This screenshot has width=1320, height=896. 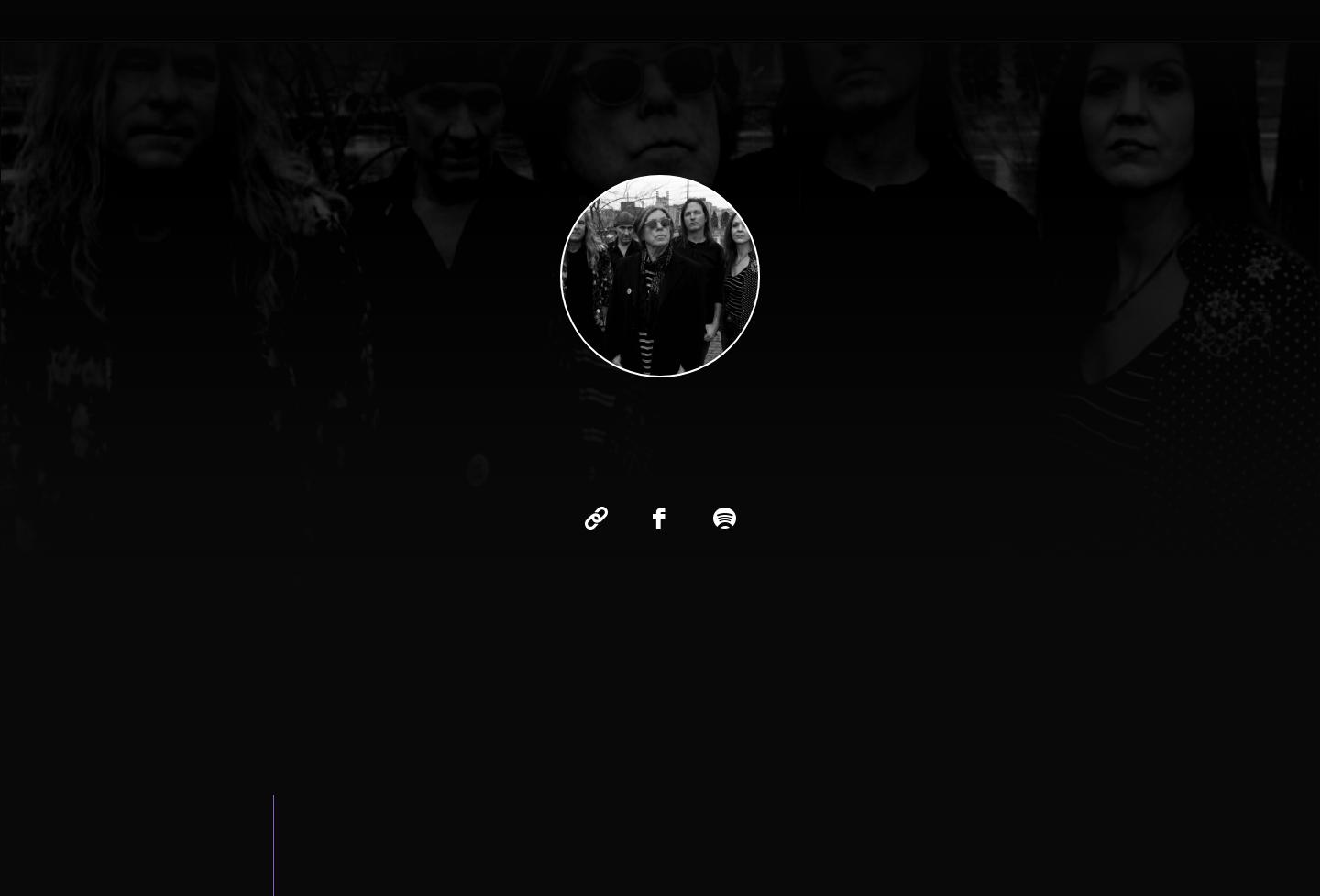 What do you see at coordinates (716, 94) in the screenshot?
I see `'Flamin' Oh's'` at bounding box center [716, 94].